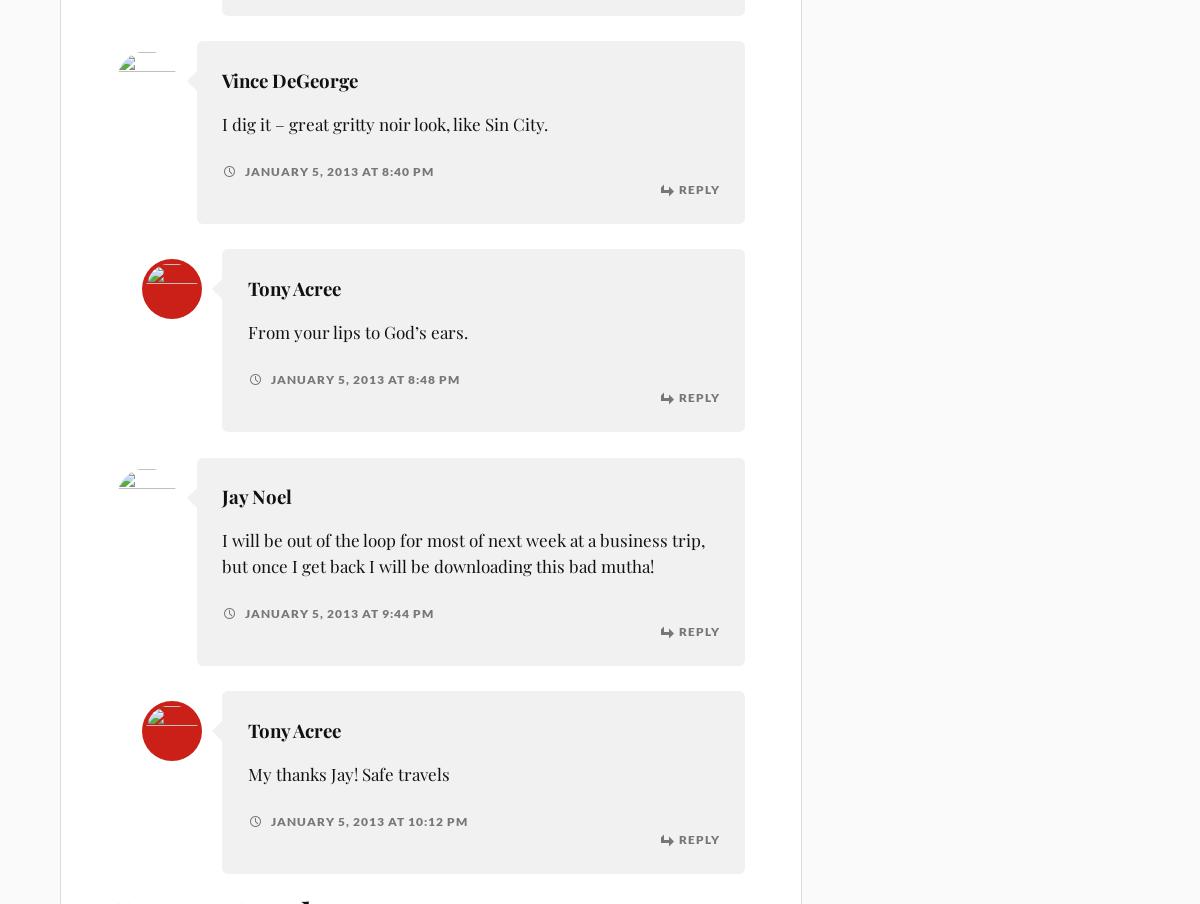  What do you see at coordinates (384, 122) in the screenshot?
I see `'I dig it – great gritty noir look, like Sin City.'` at bounding box center [384, 122].